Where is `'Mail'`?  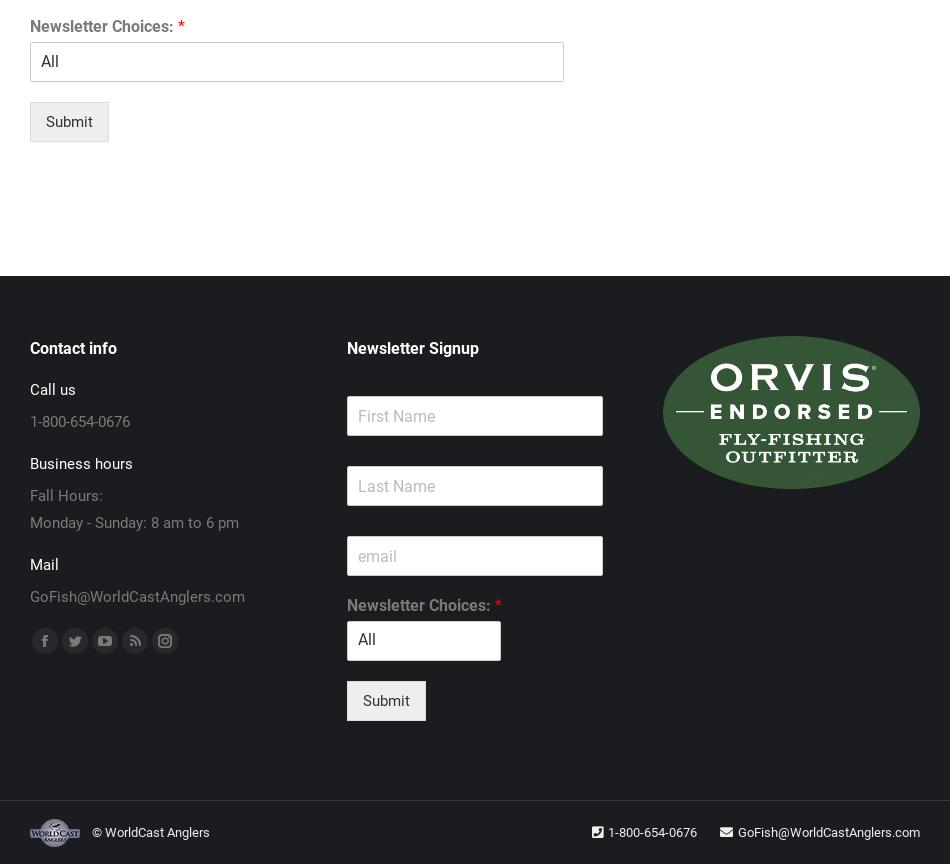 'Mail' is located at coordinates (44, 563).